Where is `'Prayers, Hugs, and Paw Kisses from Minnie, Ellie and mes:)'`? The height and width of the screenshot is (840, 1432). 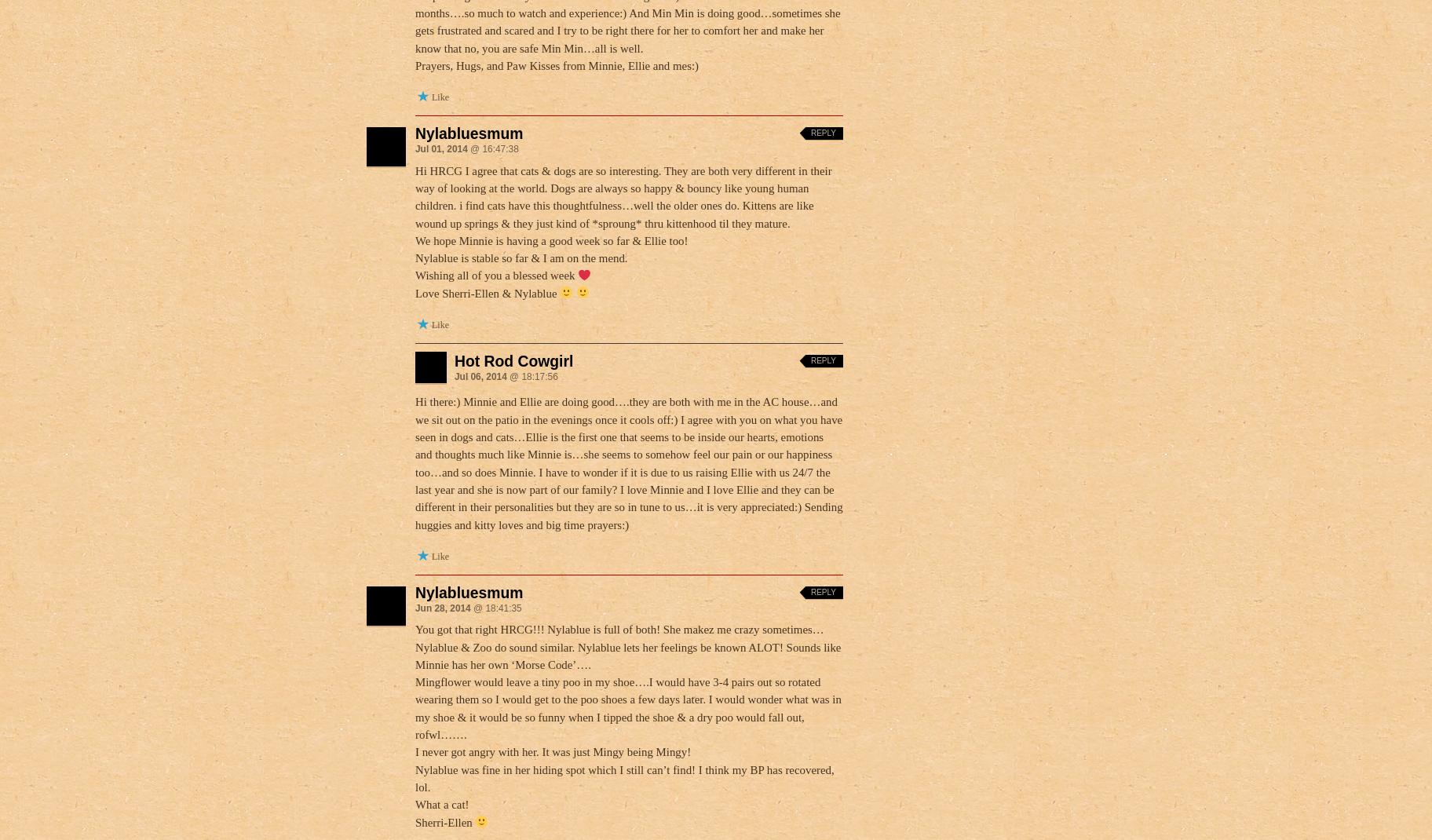
'Prayers, Hugs, and Paw Kisses from Minnie, Ellie and mes:)' is located at coordinates (414, 64).